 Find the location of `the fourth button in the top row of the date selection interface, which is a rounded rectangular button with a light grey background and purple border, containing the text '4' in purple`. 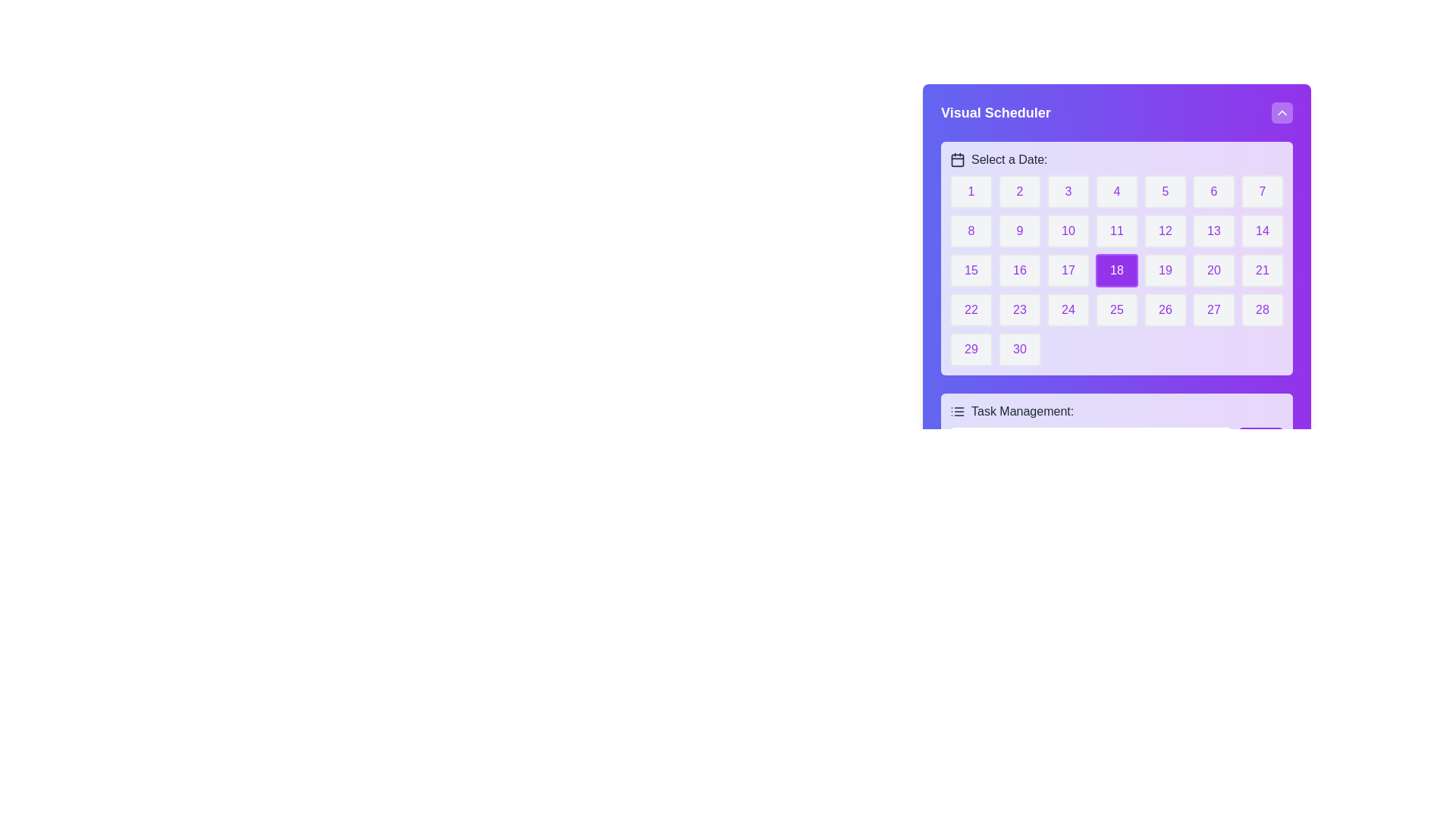

the fourth button in the top row of the date selection interface, which is a rounded rectangular button with a light grey background and purple border, containing the text '4' in purple is located at coordinates (1117, 191).